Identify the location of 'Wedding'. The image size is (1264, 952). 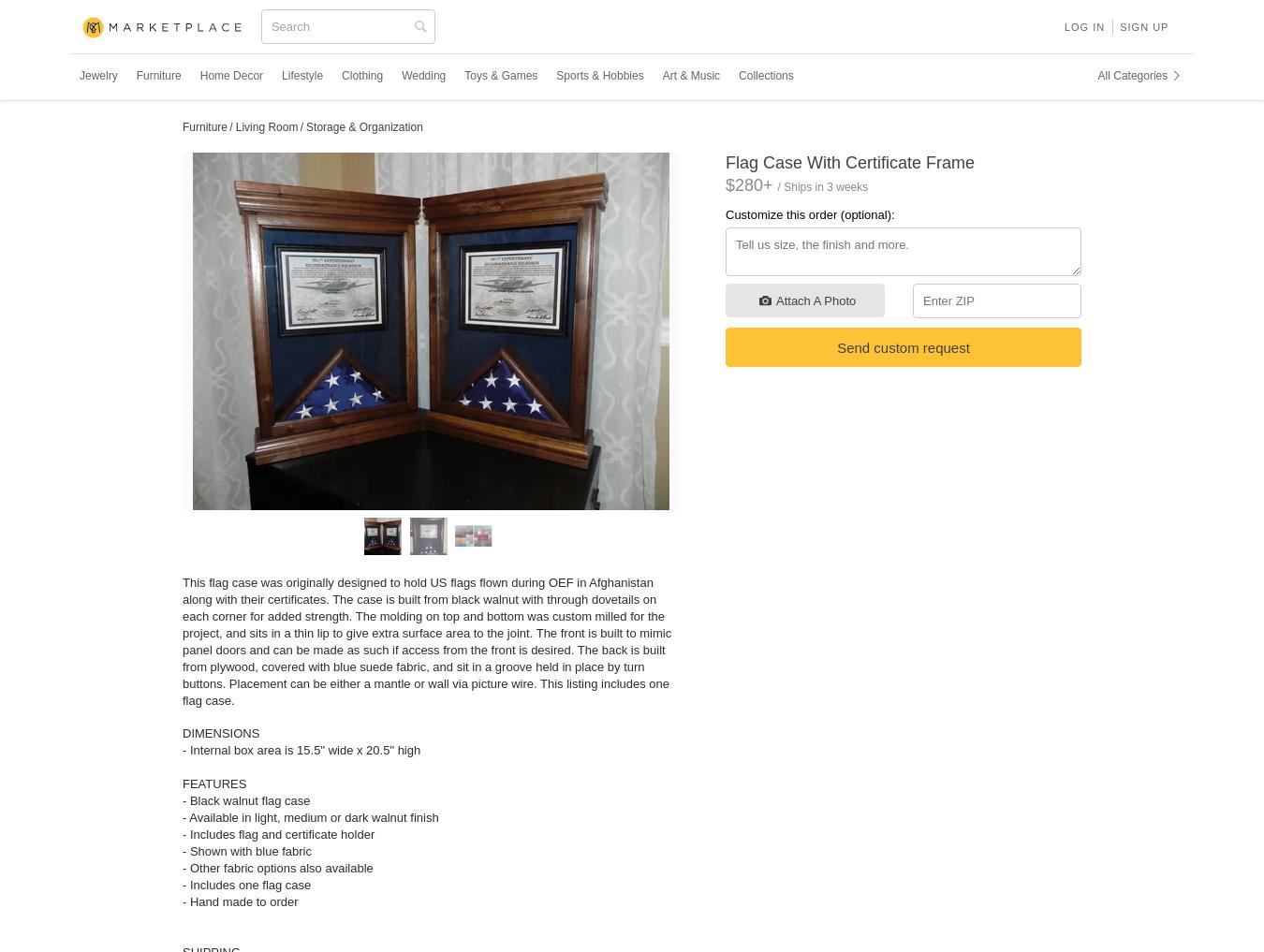
(422, 75).